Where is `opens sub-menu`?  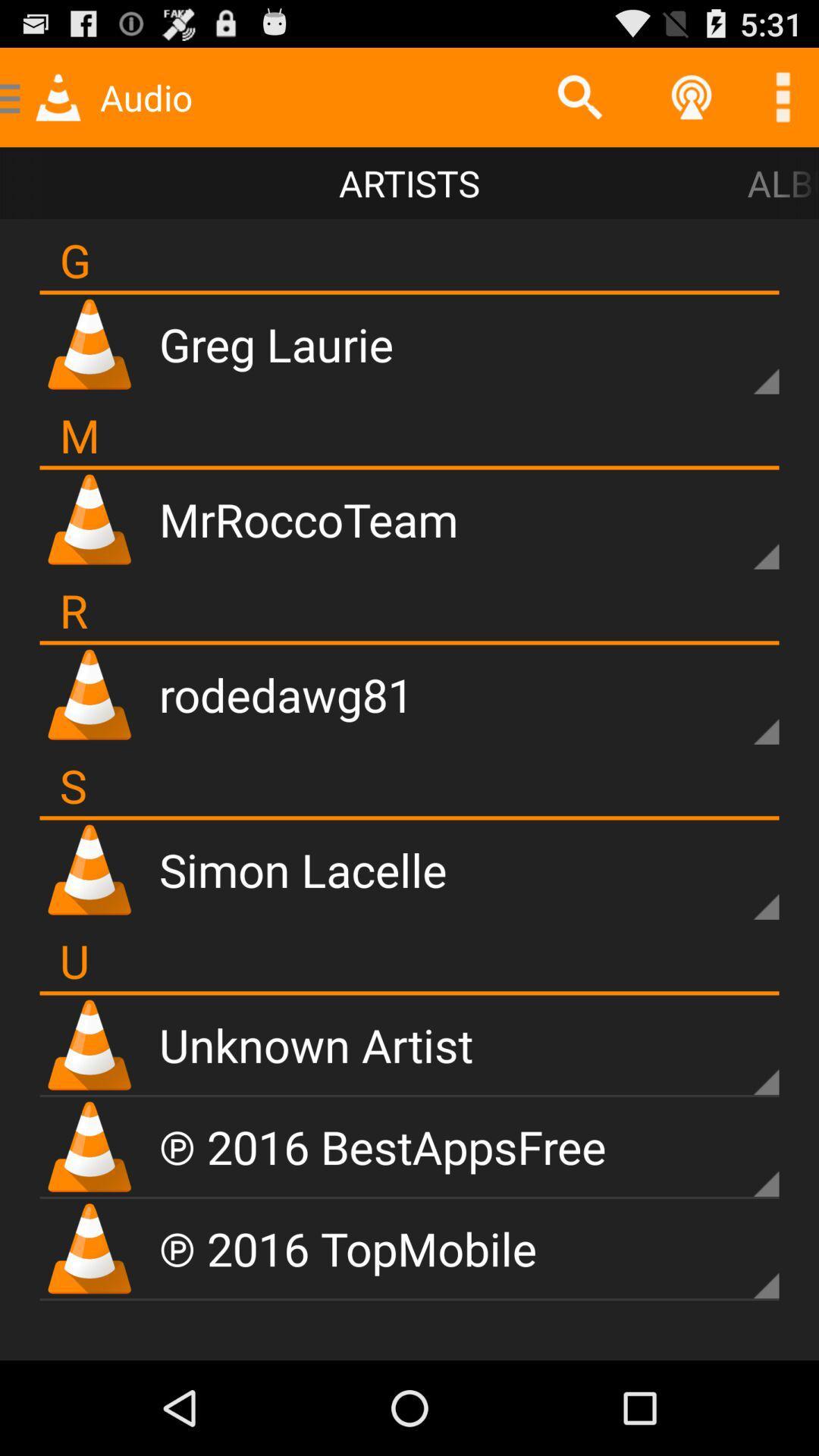
opens sub-menu is located at coordinates (739, 1056).